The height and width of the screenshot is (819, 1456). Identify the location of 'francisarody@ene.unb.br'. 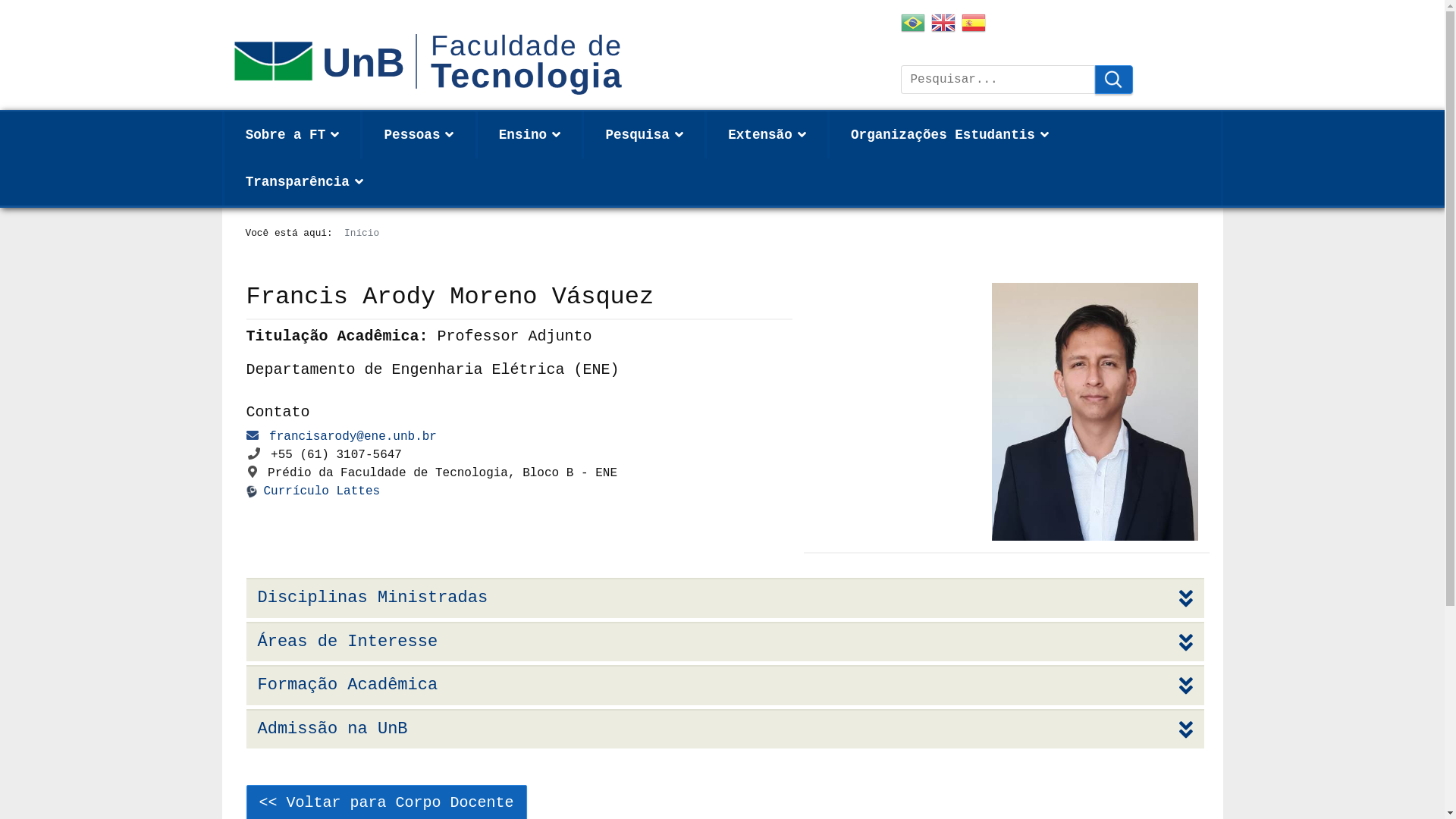
(352, 436).